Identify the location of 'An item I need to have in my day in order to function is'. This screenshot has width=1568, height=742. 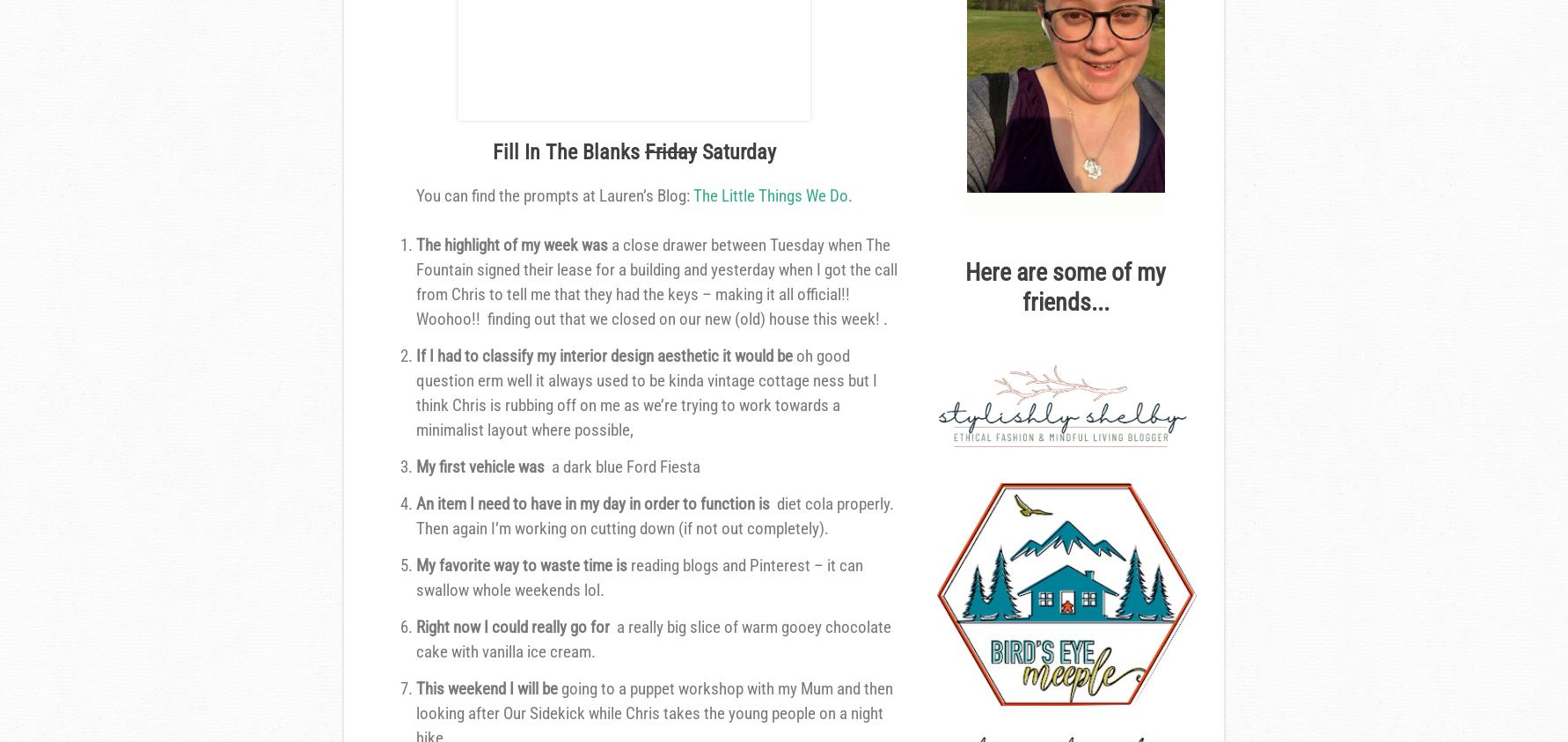
(596, 503).